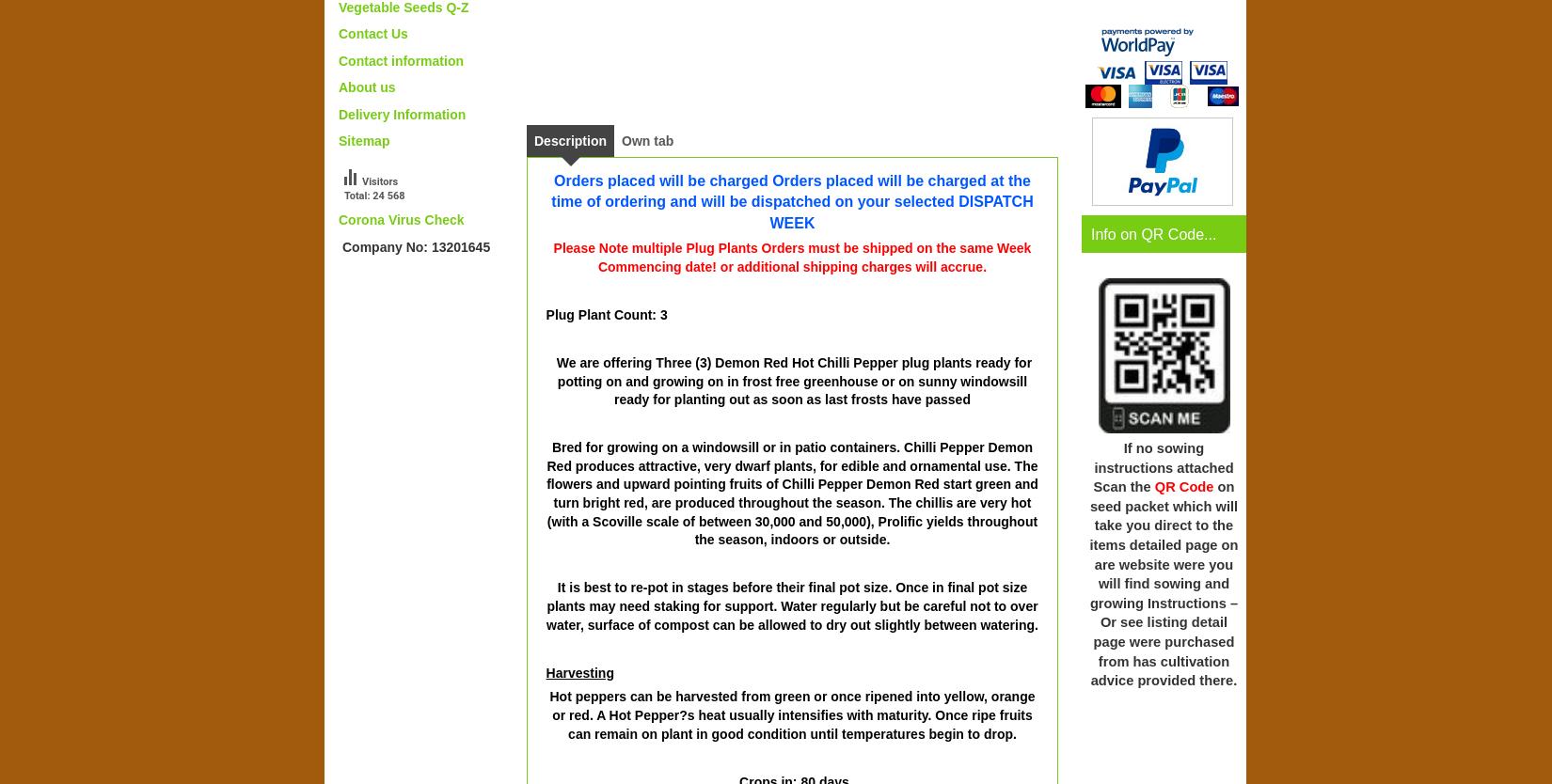  What do you see at coordinates (547, 714) in the screenshot?
I see `'Hot peppers can be harvested from green or once ripened into yellow, orange or red. A Hot Pepper?s heat usually intensifies with maturity. Once ripe fruits can remain on plant in good condition until temperatures begin to drop.'` at bounding box center [547, 714].